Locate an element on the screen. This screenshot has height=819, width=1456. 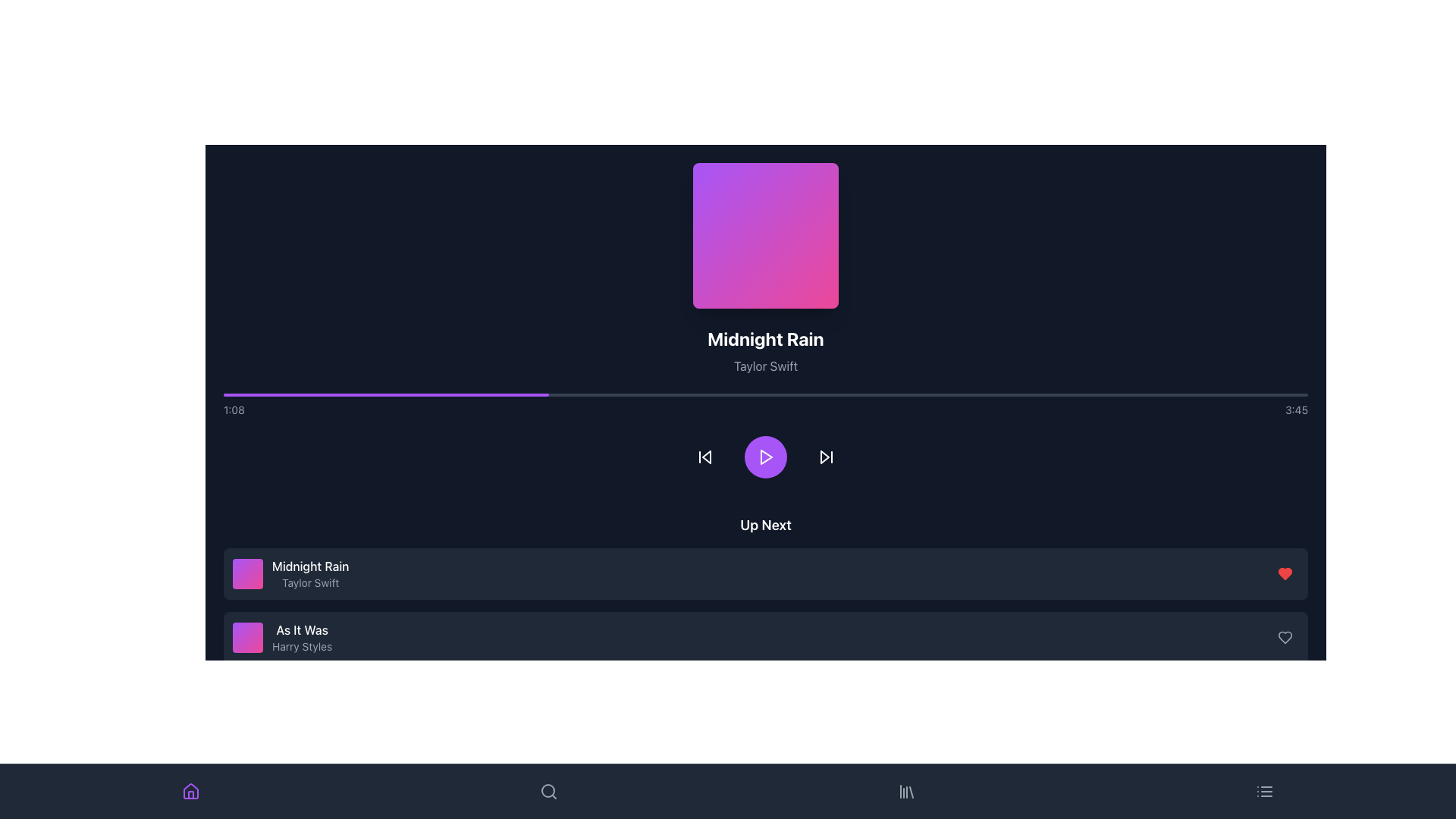
the progress is located at coordinates (1243, 394).